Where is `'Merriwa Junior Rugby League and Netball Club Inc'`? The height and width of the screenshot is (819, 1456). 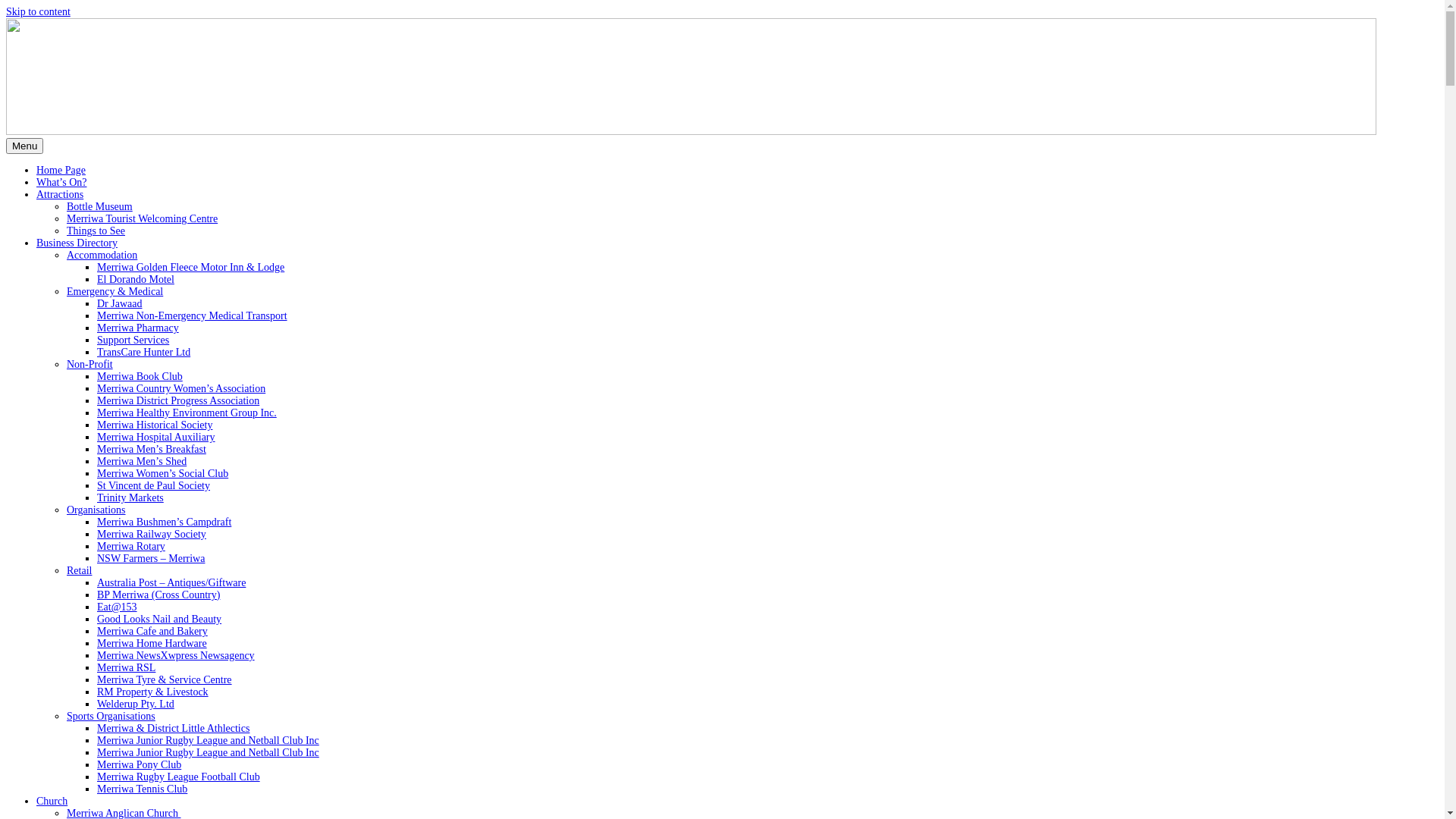
'Merriwa Junior Rugby League and Netball Club Inc' is located at coordinates (207, 739).